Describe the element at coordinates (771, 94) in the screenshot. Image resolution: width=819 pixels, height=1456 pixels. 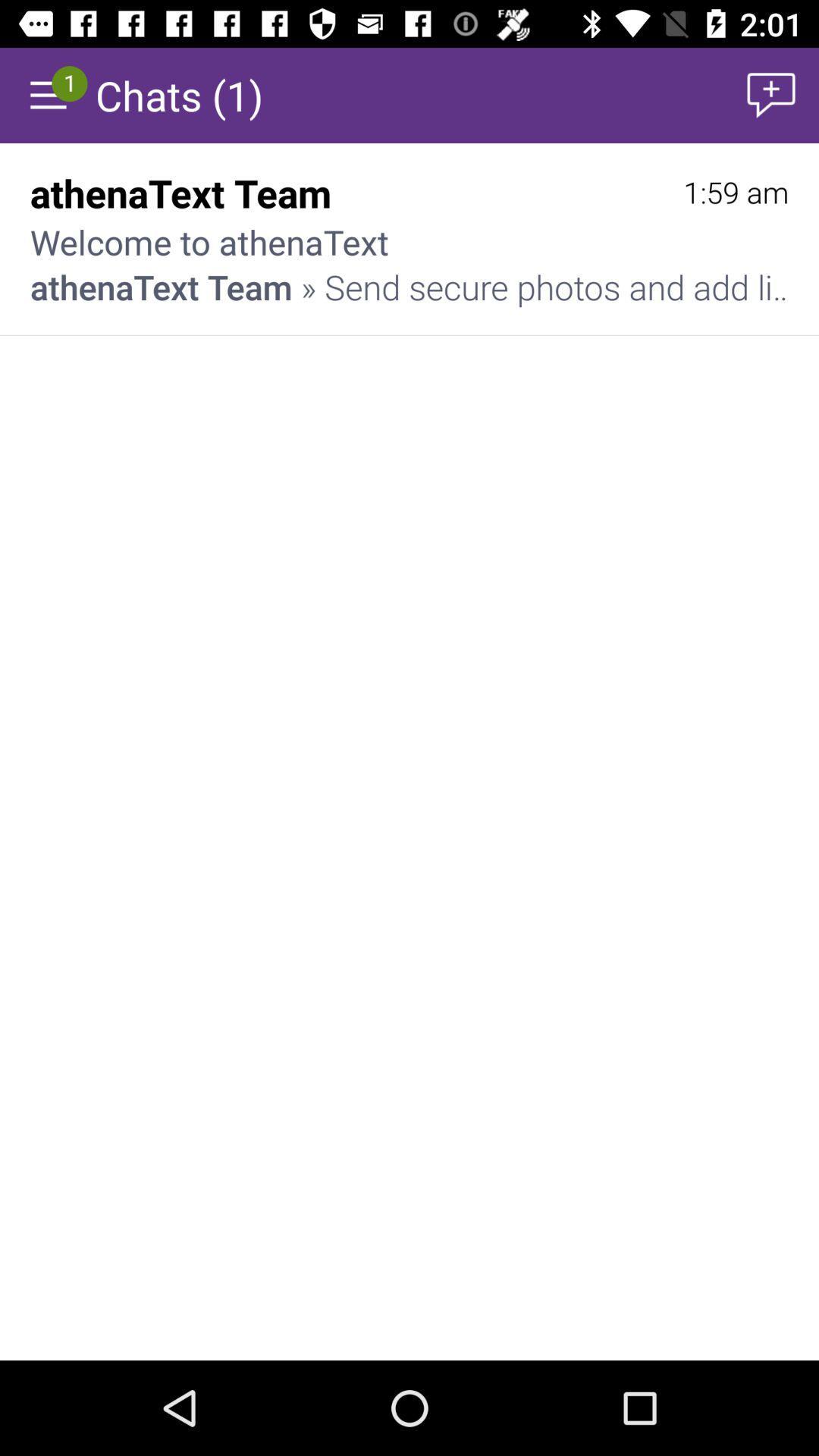
I see `icon next to chats (1)` at that location.